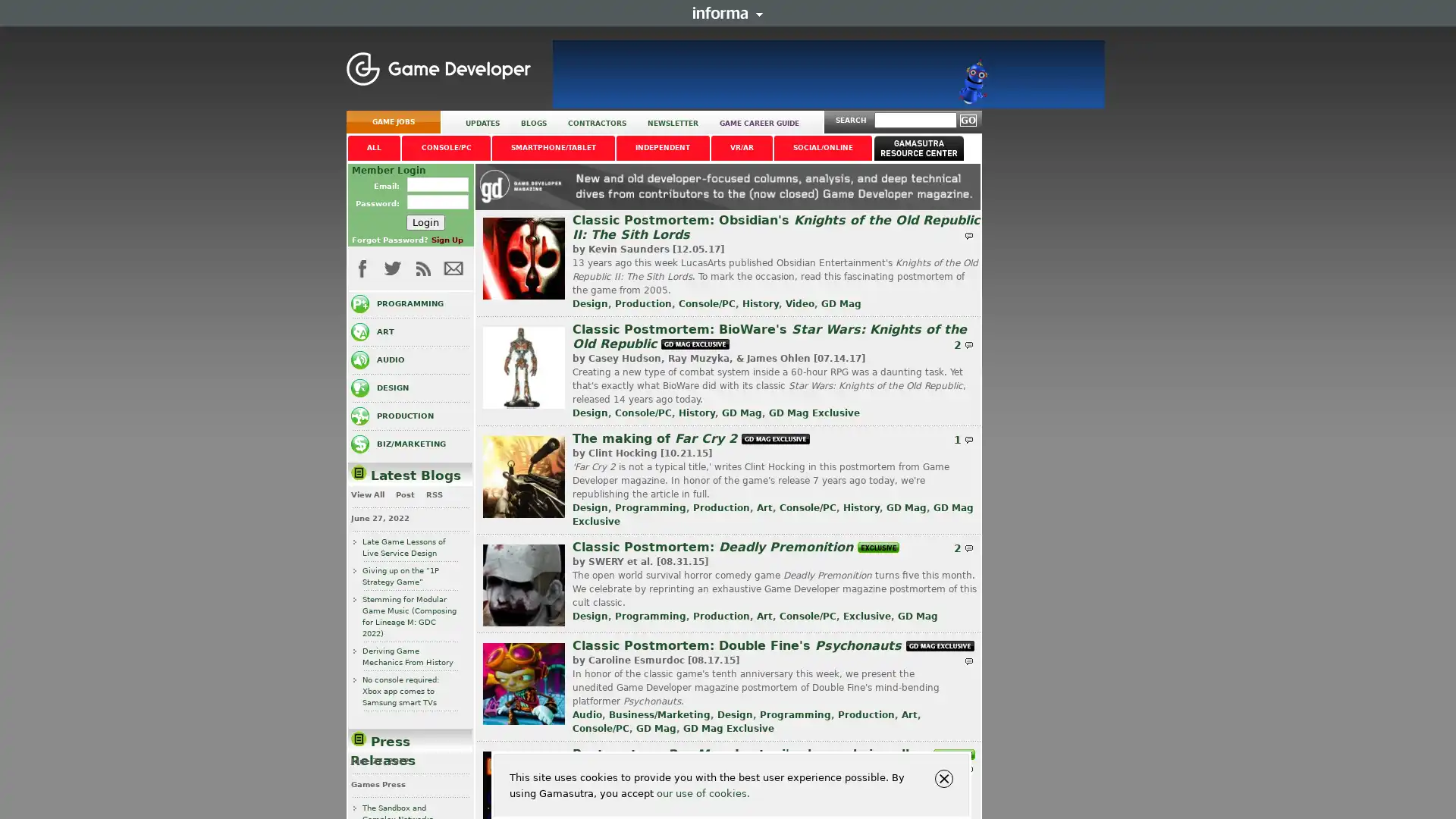  Describe the element at coordinates (728, 12) in the screenshot. I see `Informa` at that location.